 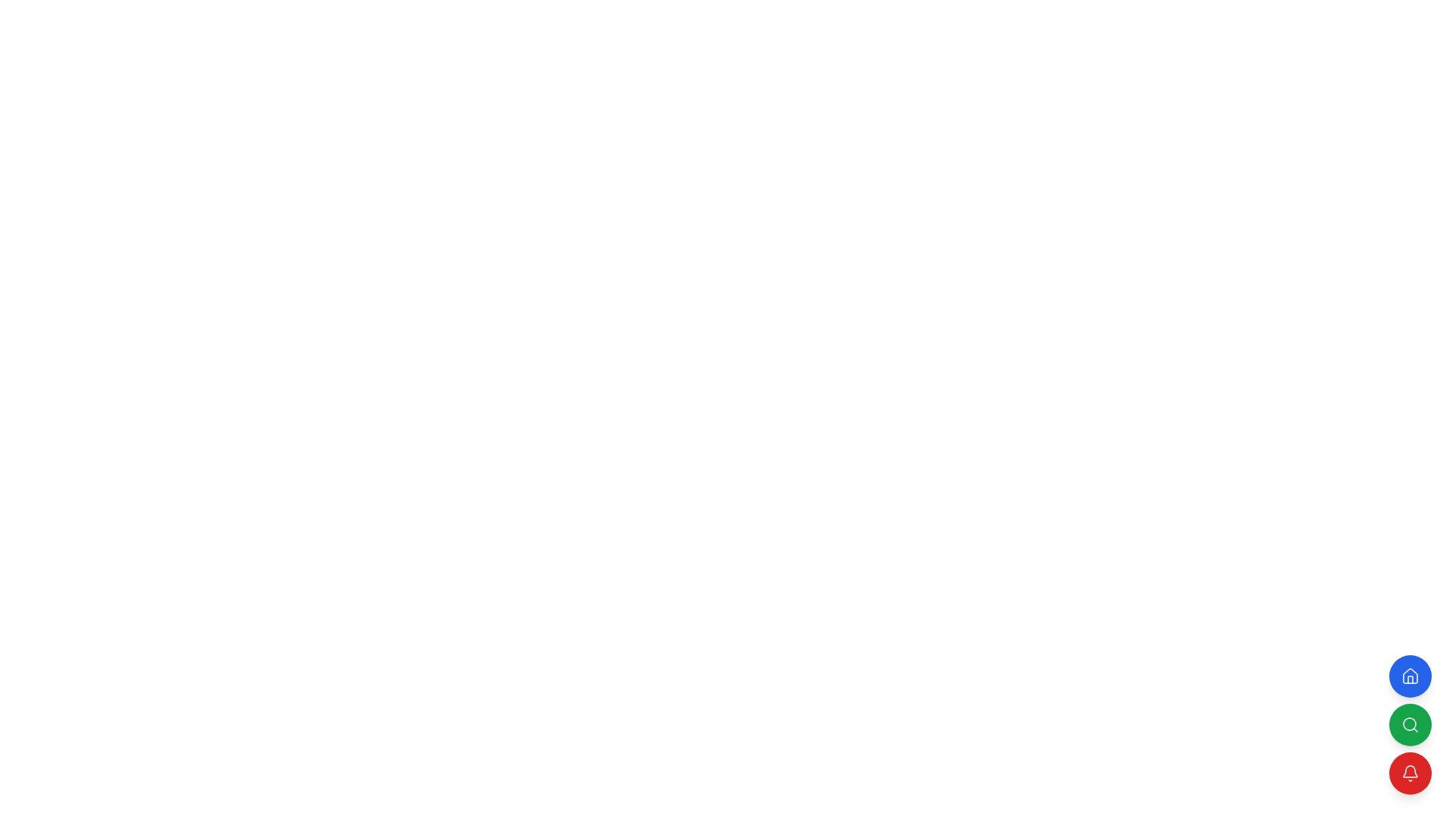 What do you see at coordinates (1410, 724) in the screenshot?
I see `the circular green button with a white search icon in the center` at bounding box center [1410, 724].